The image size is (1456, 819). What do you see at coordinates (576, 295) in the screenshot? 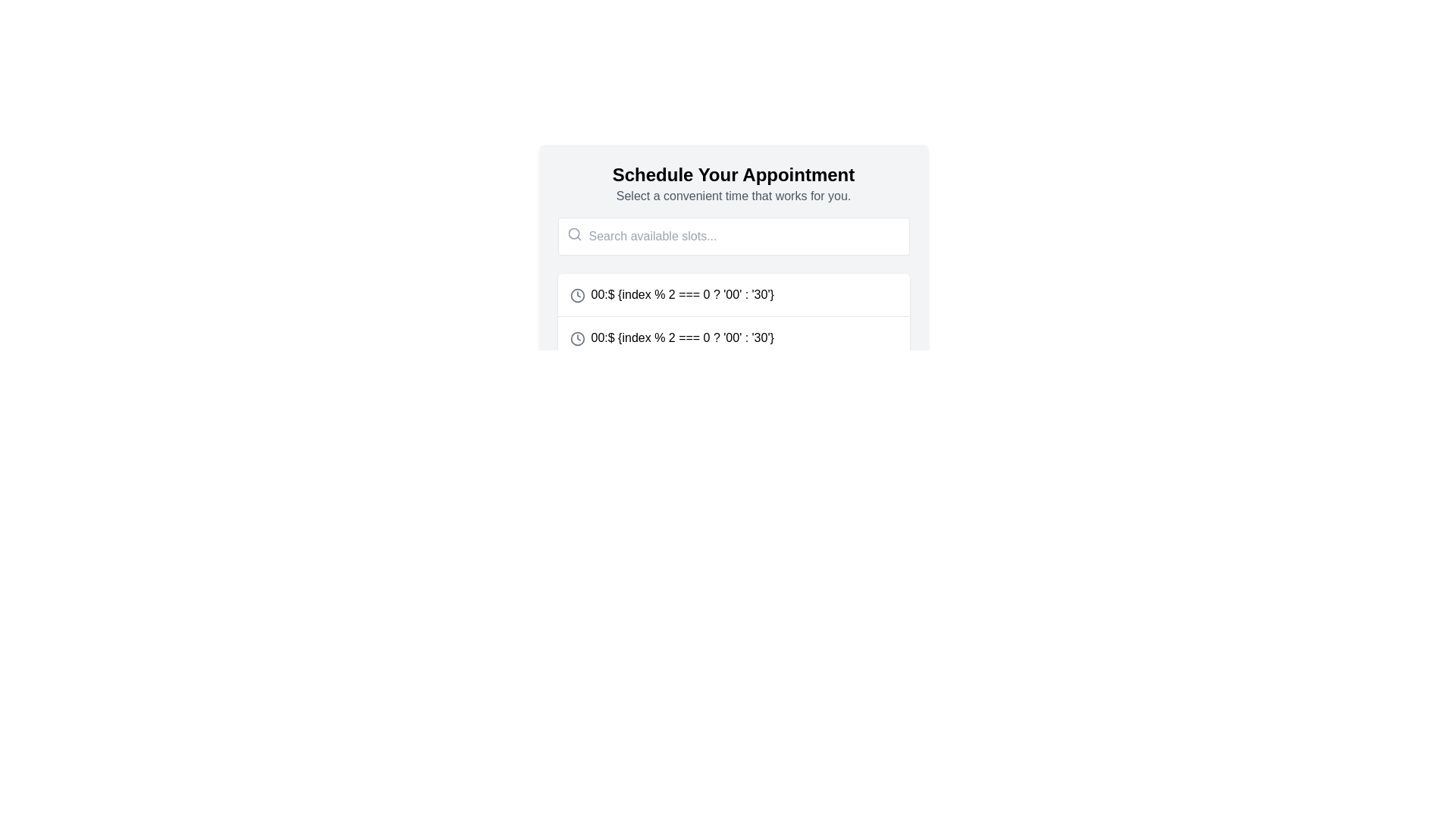
I see `the icon located in the first item of a vertical list, positioned to the left of the text content, serving as a visual indicator for a time-related context` at bounding box center [576, 295].